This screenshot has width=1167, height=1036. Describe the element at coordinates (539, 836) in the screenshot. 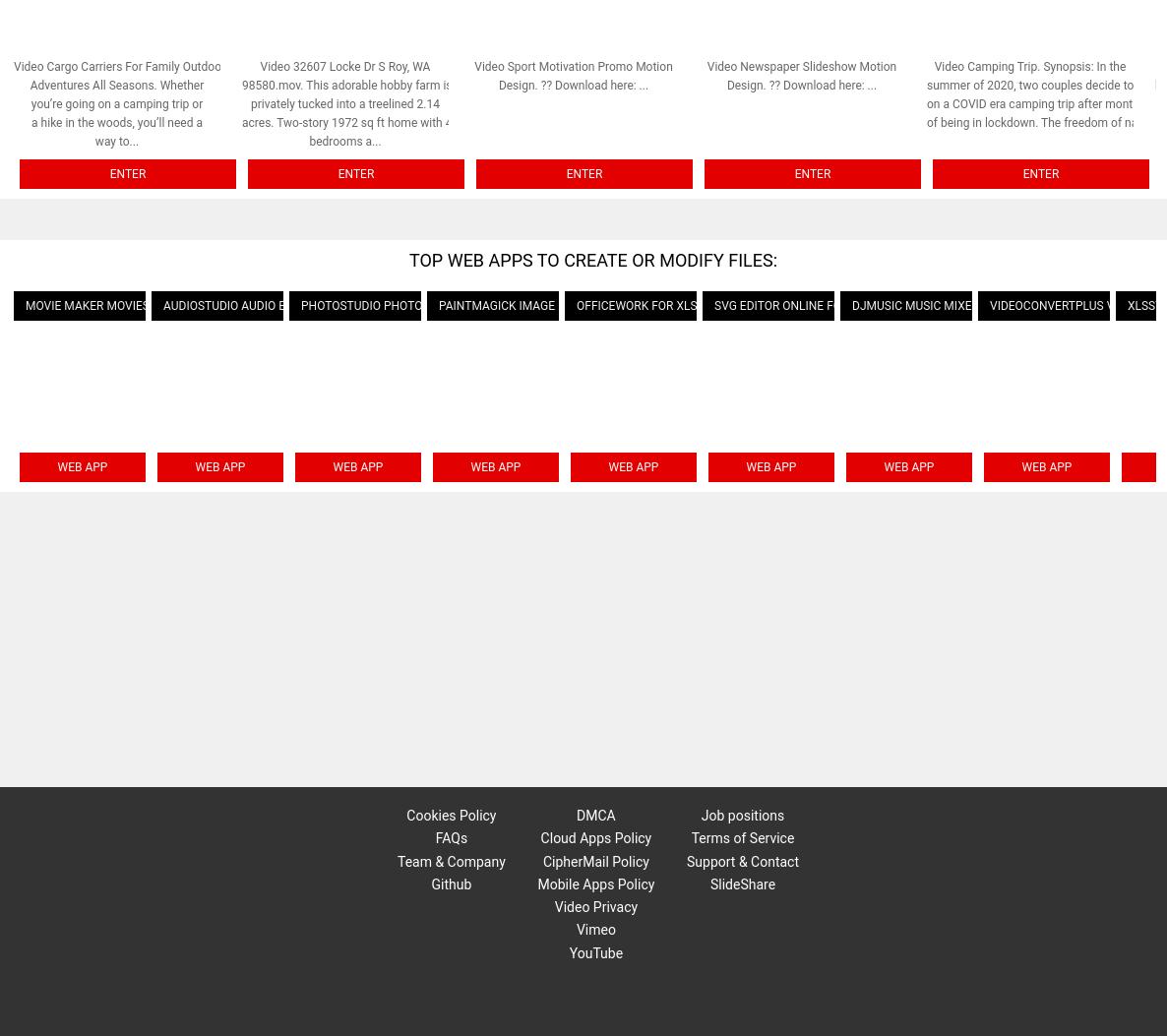

I see `'Cloud Apps Policy'` at that location.